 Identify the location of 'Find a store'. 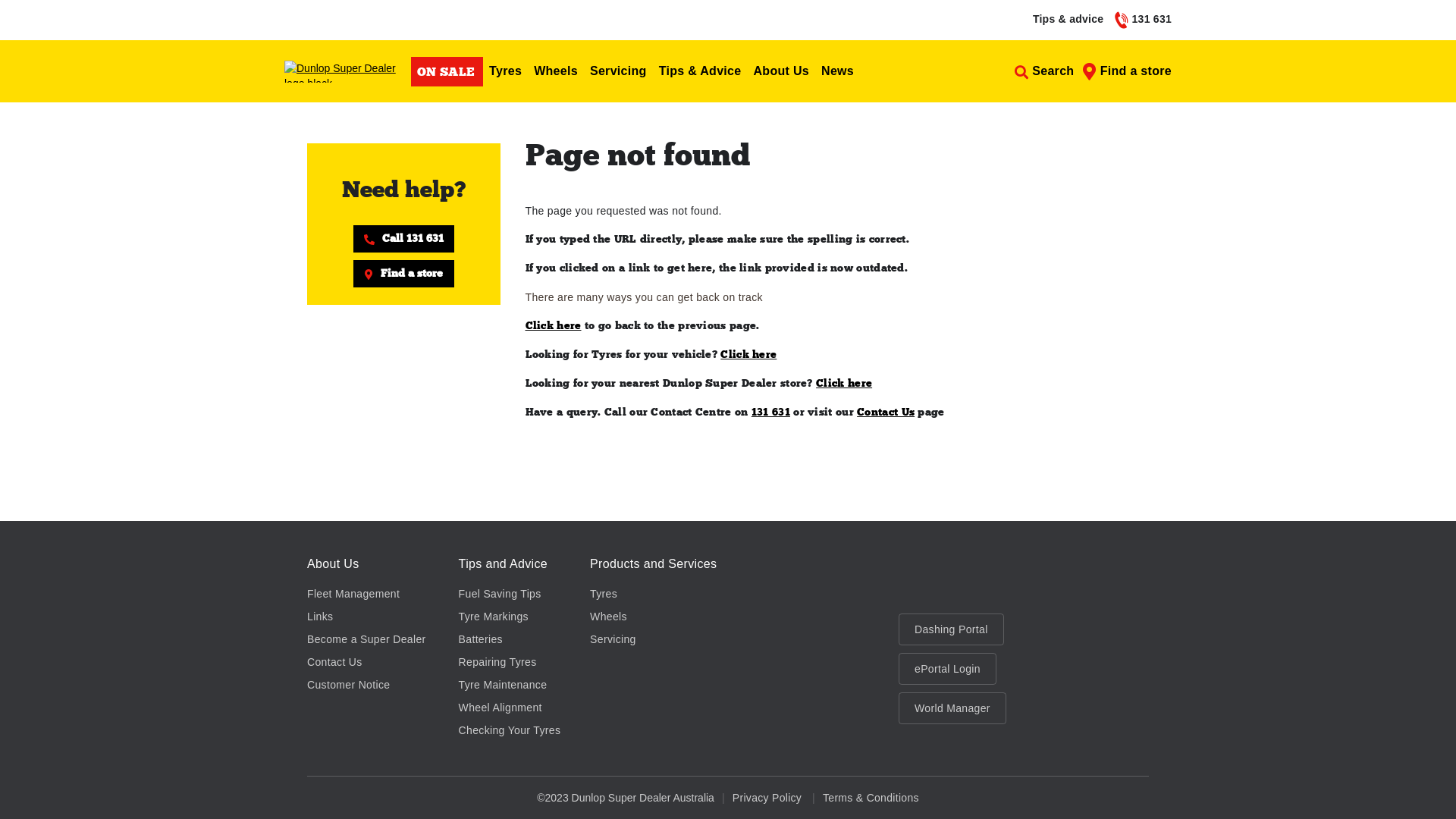
(1127, 71).